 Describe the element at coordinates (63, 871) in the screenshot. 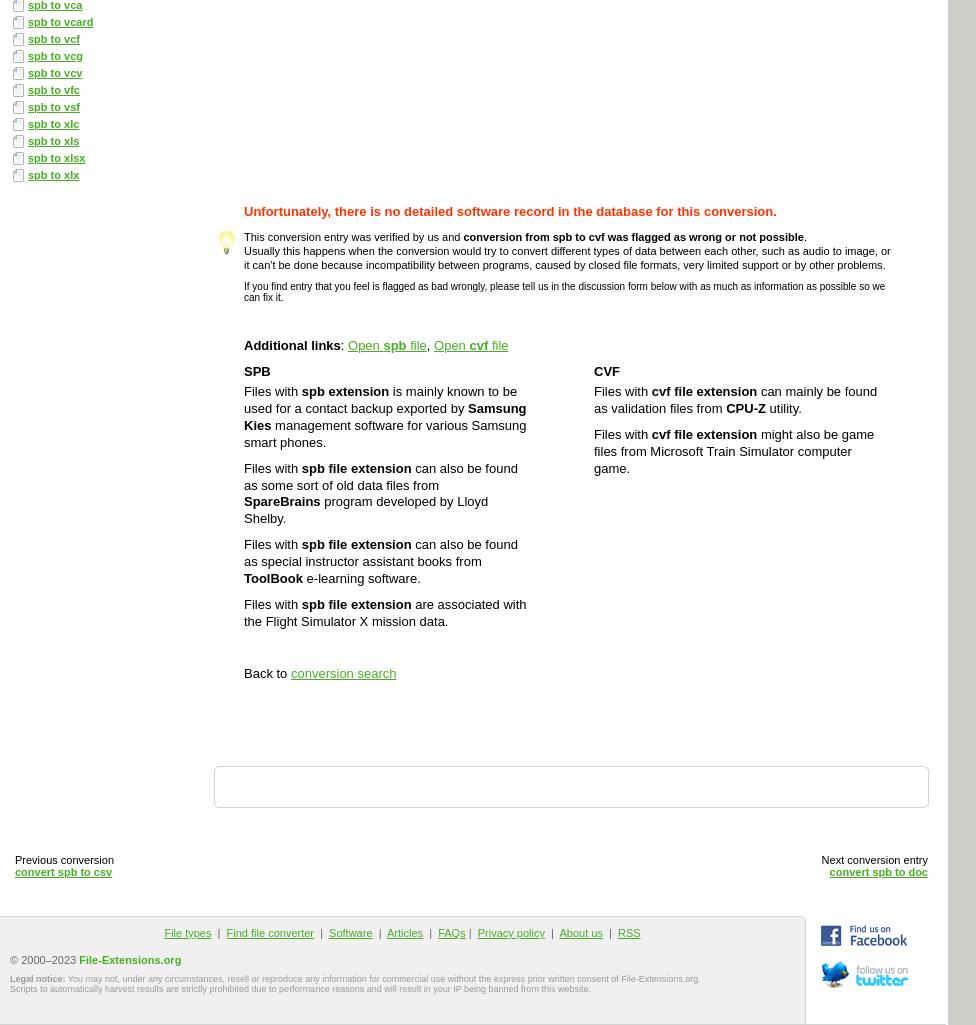

I see `'convert spb to csv'` at that location.